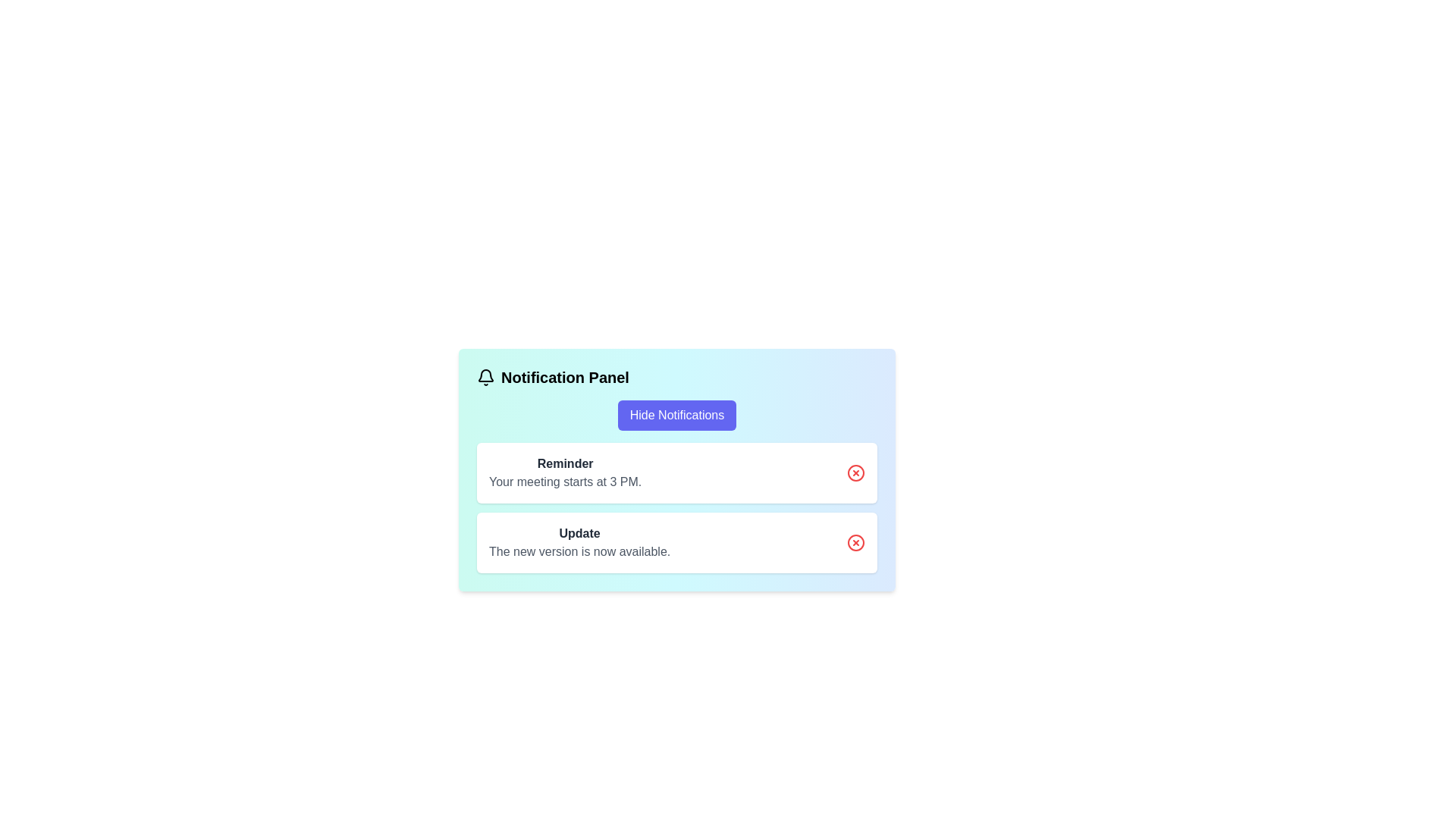 The image size is (1456, 819). What do you see at coordinates (855, 542) in the screenshot?
I see `the red circular icon button with a cross inside it, located on the far right side of the second notification card titled 'Update' in the notification panel` at bounding box center [855, 542].